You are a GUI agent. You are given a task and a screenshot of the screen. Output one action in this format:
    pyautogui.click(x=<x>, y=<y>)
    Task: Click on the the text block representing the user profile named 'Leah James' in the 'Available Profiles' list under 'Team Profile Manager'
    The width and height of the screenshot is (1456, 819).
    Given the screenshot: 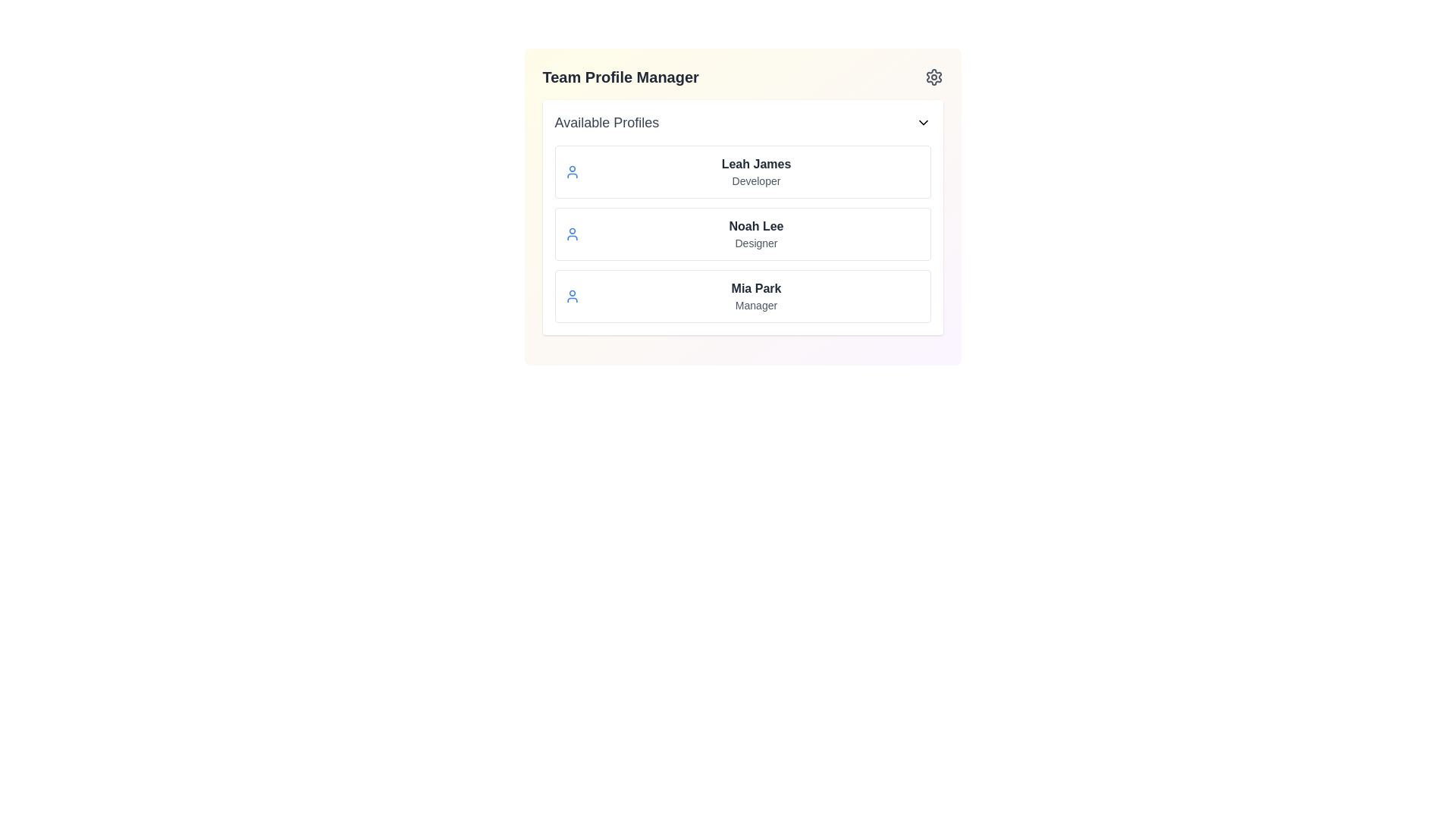 What is the action you would take?
    pyautogui.click(x=756, y=171)
    